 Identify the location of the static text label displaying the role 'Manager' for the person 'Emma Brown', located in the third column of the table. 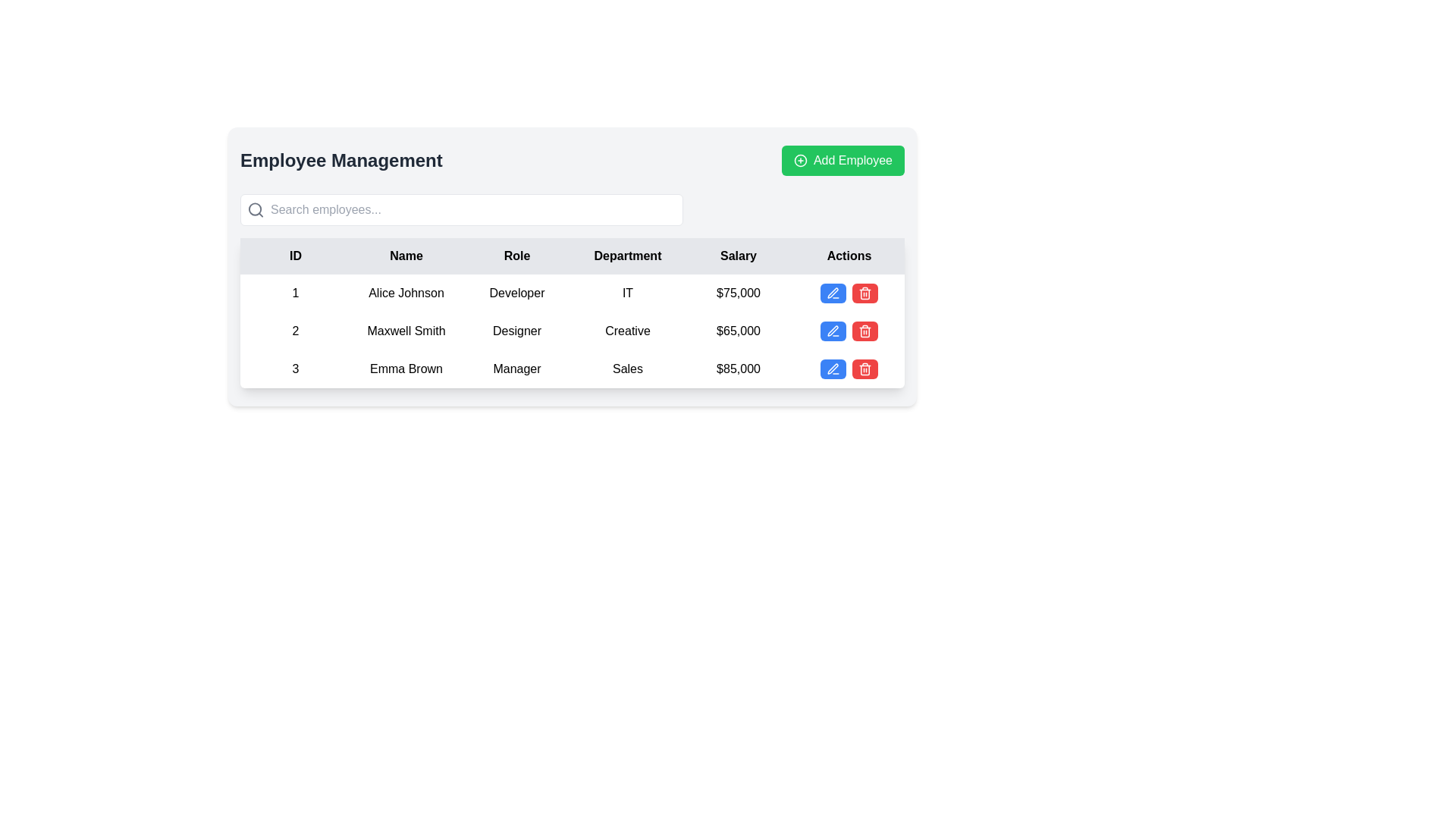
(516, 369).